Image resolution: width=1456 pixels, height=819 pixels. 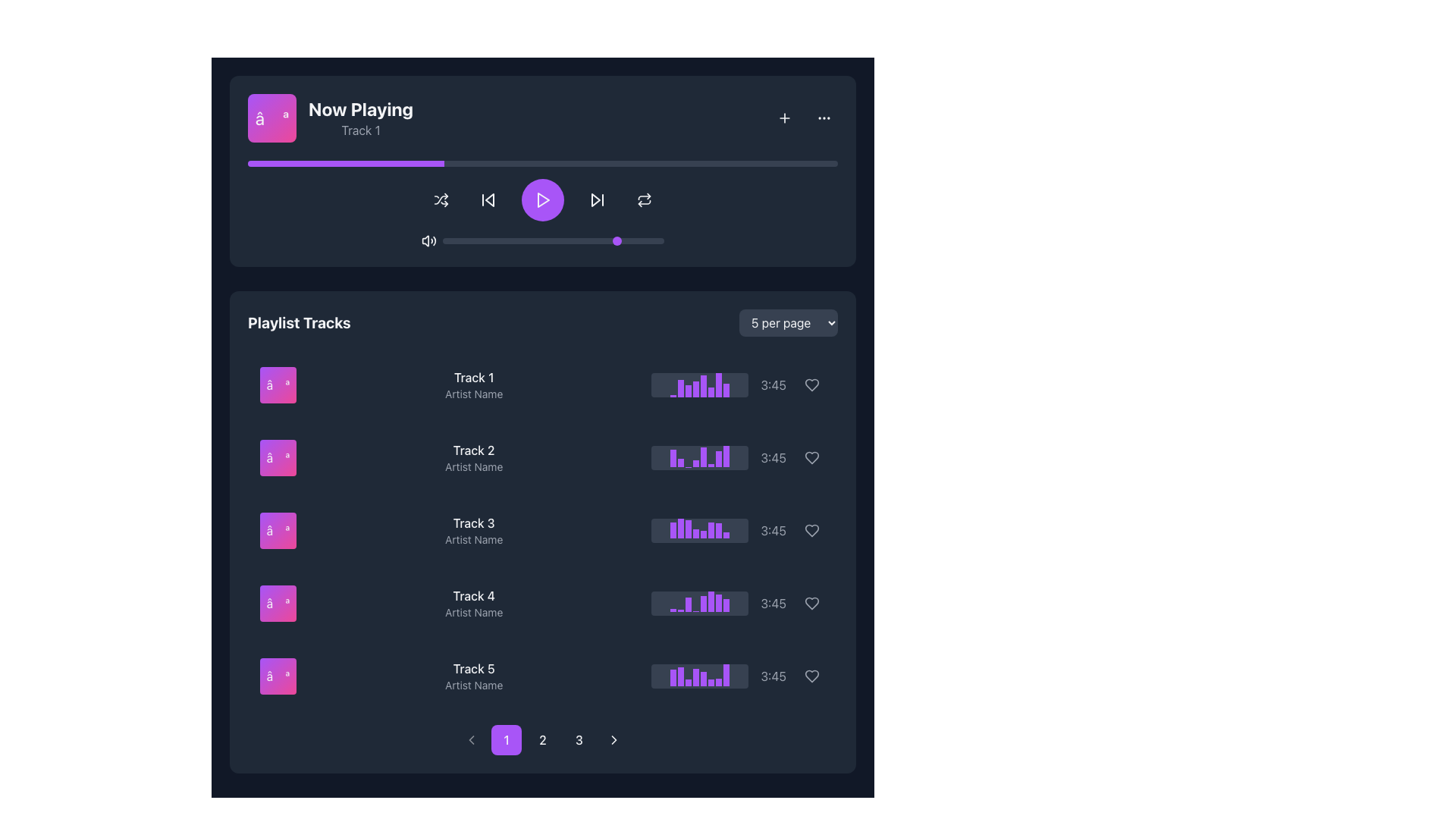 I want to click on the second bar from the left in the bar chart located on the right side of the Track 5 row in the playlist section, so click(x=680, y=676).